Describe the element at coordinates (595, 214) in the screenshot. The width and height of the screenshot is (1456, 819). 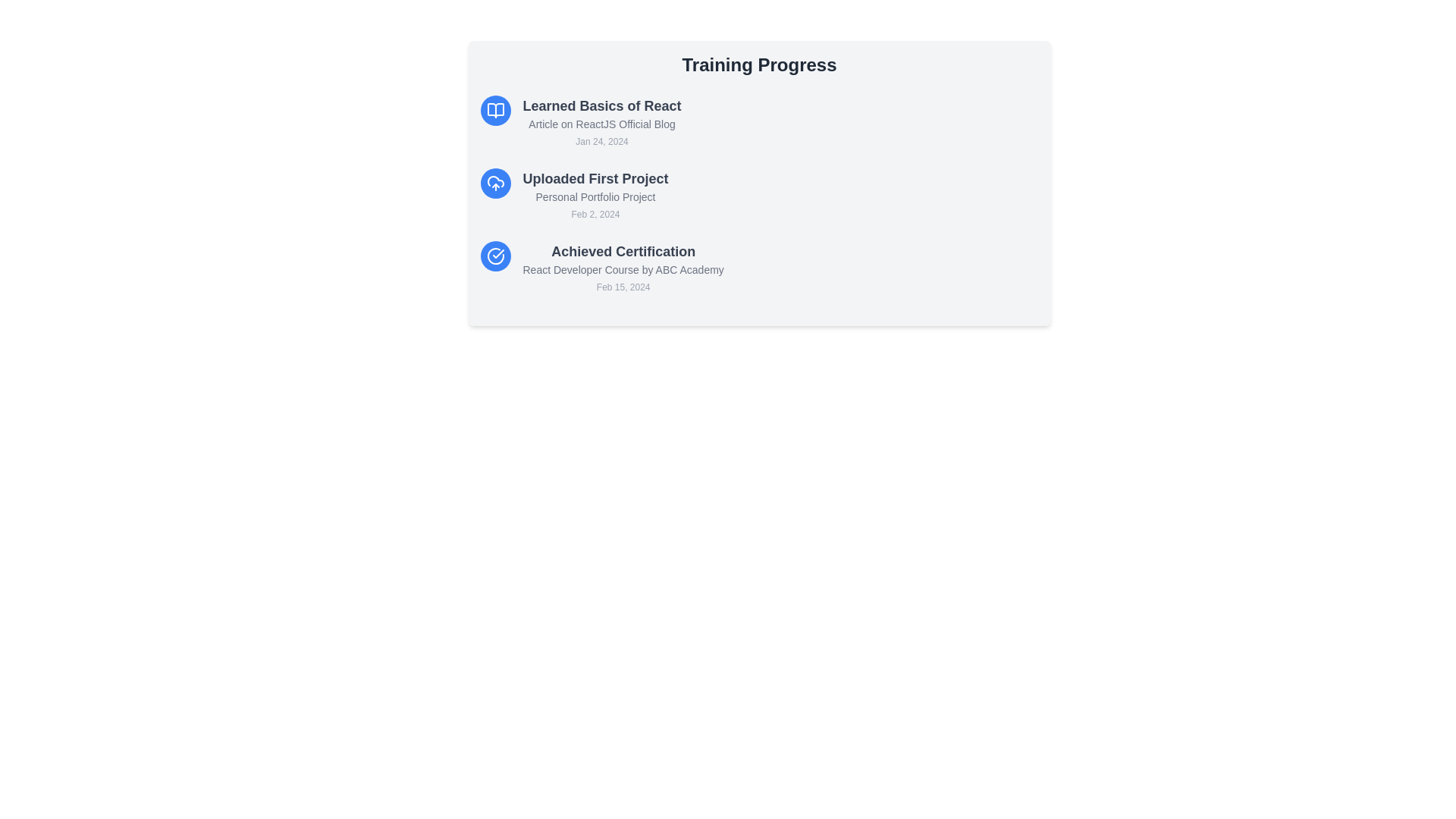
I see `the text label displaying the date 'Feb 2, 2024', which is positioned below the 'Uploaded First Project' title in the training progress list` at that location.